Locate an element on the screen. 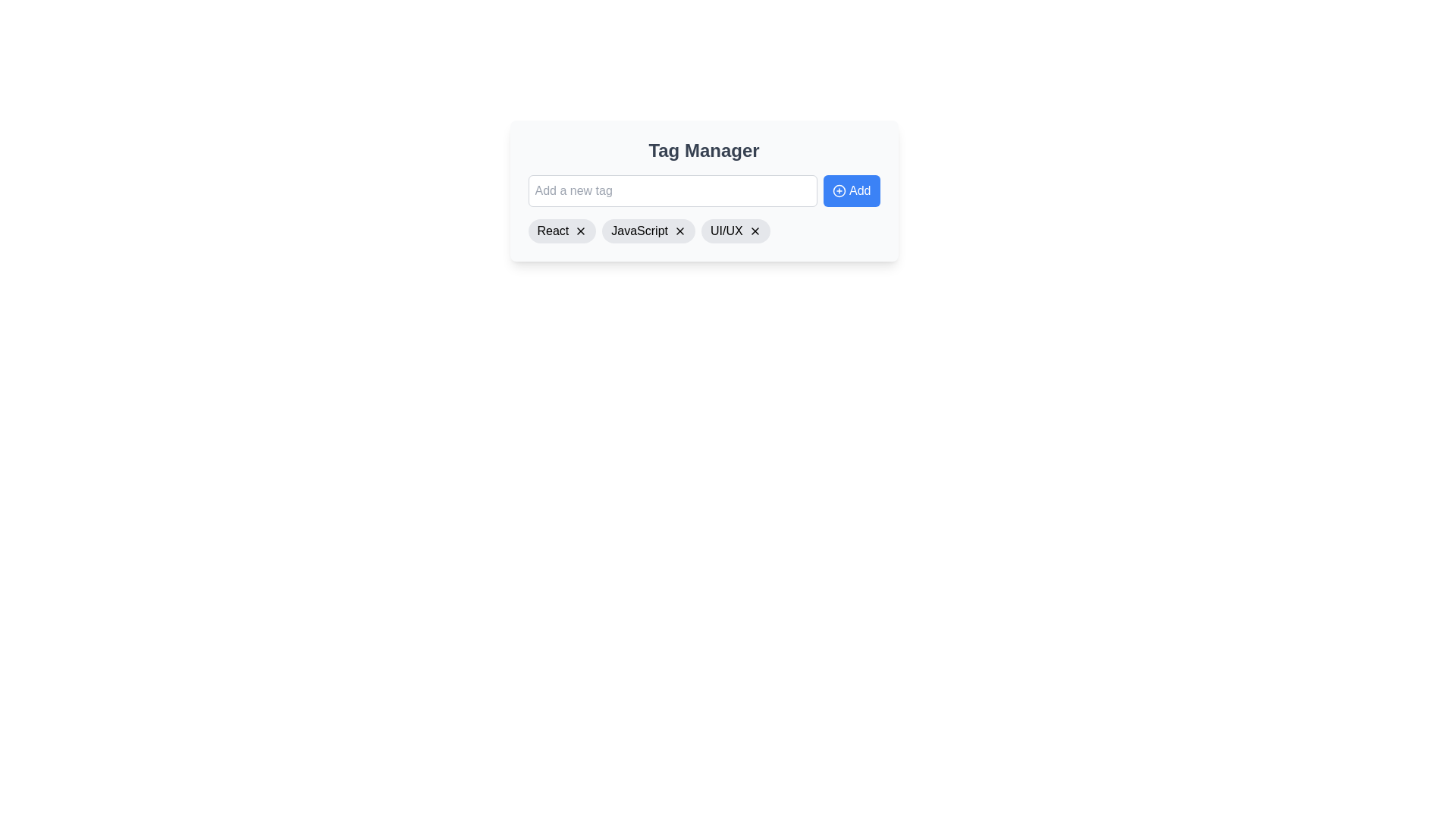 Image resolution: width=1456 pixels, height=819 pixels. the small black 'X' icon located at the far right of the 'React' tag to trigger any potential hover effects is located at coordinates (580, 231).